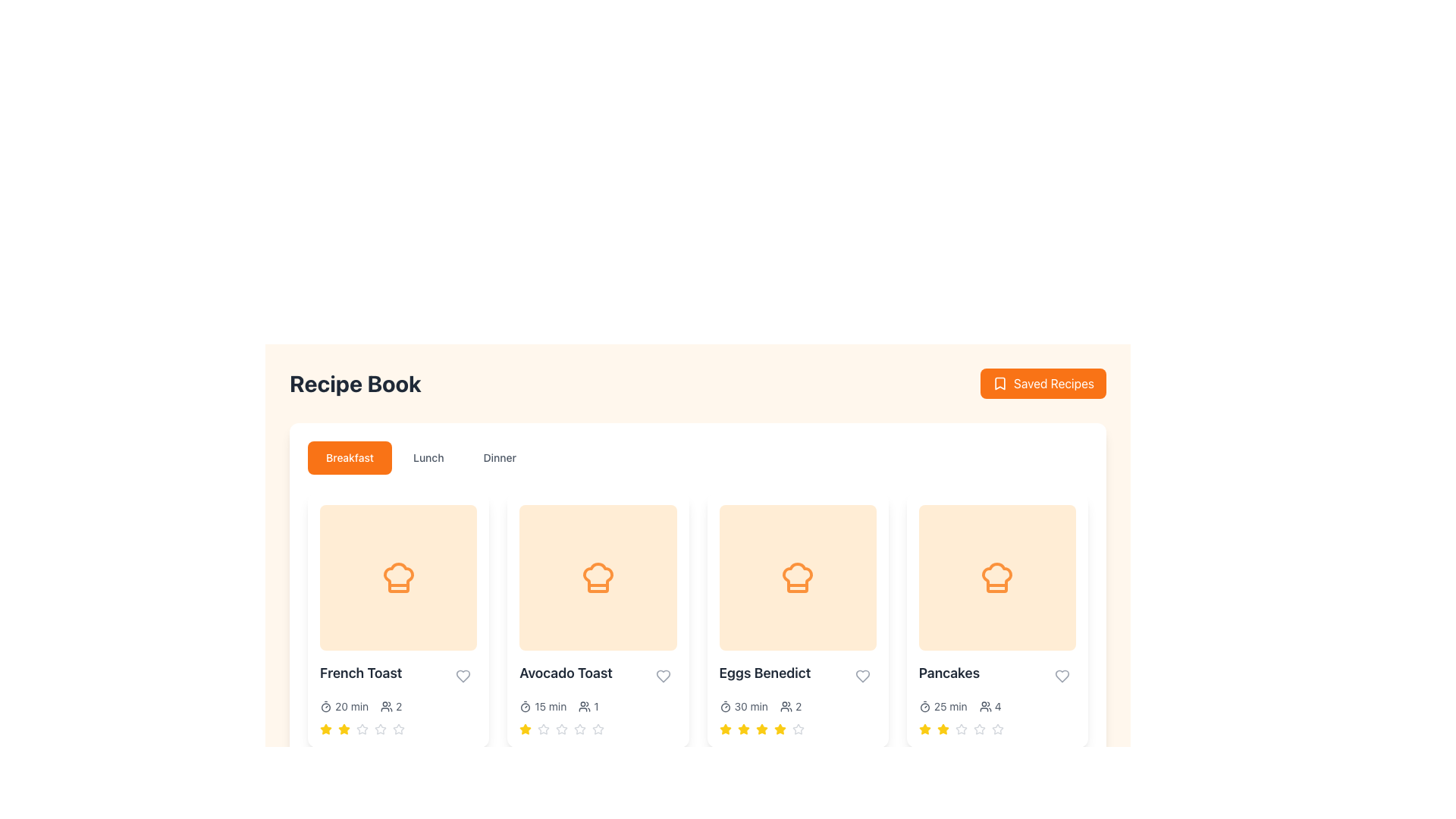  Describe the element at coordinates (997, 728) in the screenshot. I see `the rating stars display for the 'Pancakes' recipe, located at the bottom section of the 'Pancakes' card under the text '25 min 4'` at that location.